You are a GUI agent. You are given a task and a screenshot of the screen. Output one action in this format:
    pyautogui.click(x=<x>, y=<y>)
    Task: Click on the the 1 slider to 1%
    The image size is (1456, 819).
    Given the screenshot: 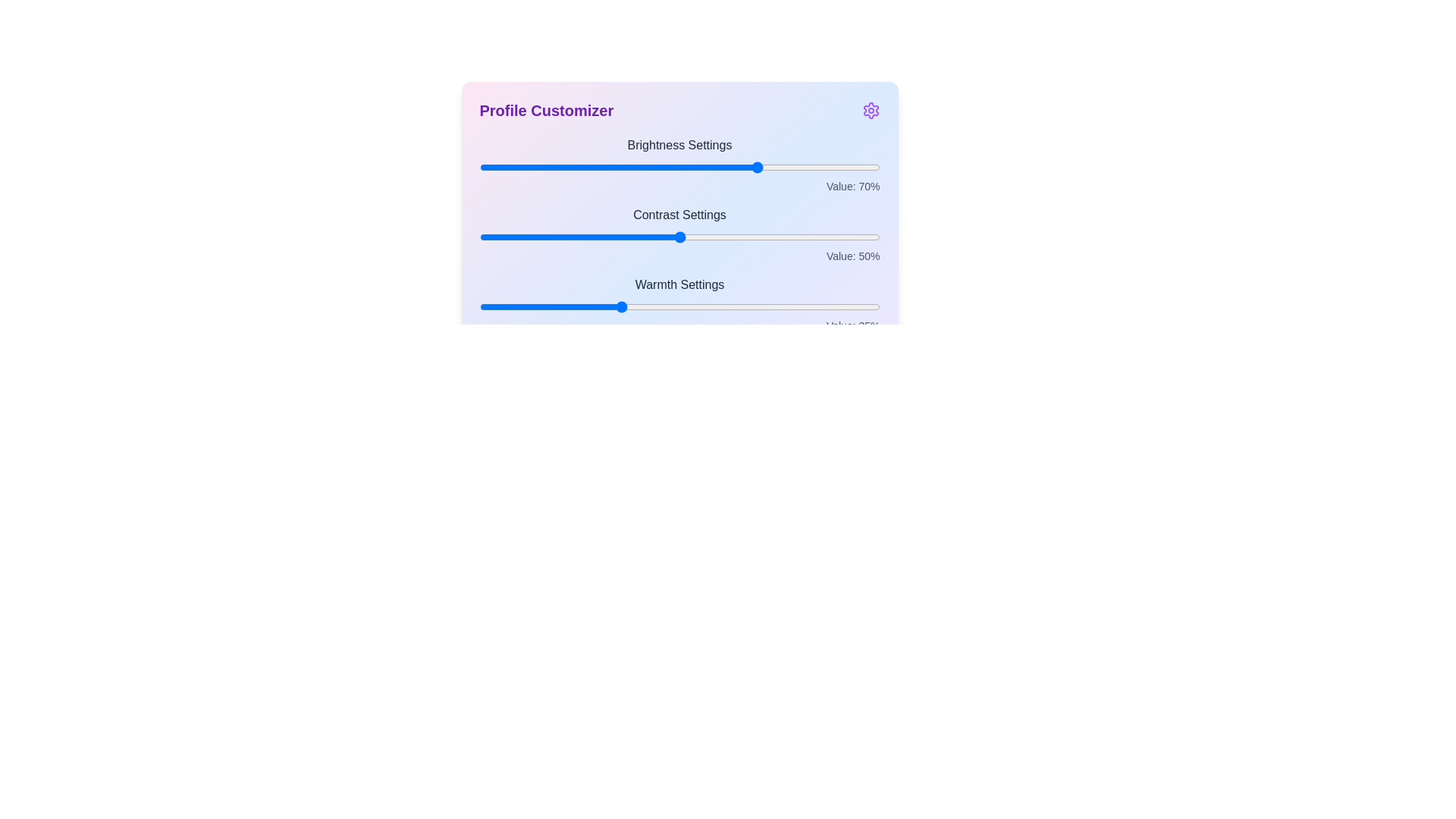 What is the action you would take?
    pyautogui.click(x=482, y=237)
    